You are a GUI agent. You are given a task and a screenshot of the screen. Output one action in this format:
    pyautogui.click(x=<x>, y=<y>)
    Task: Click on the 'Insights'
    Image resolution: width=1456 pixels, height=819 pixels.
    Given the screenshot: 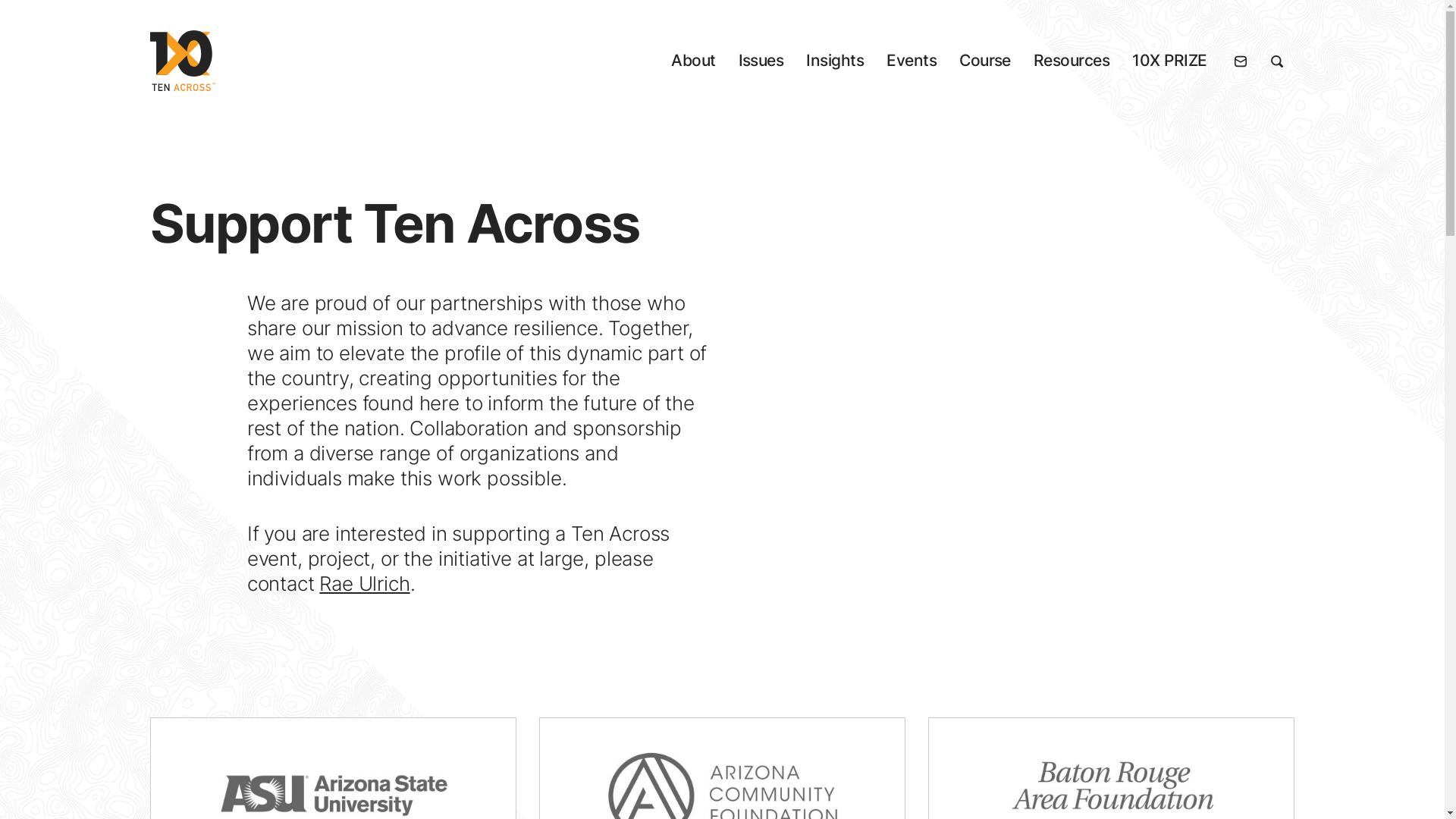 What is the action you would take?
    pyautogui.click(x=833, y=60)
    